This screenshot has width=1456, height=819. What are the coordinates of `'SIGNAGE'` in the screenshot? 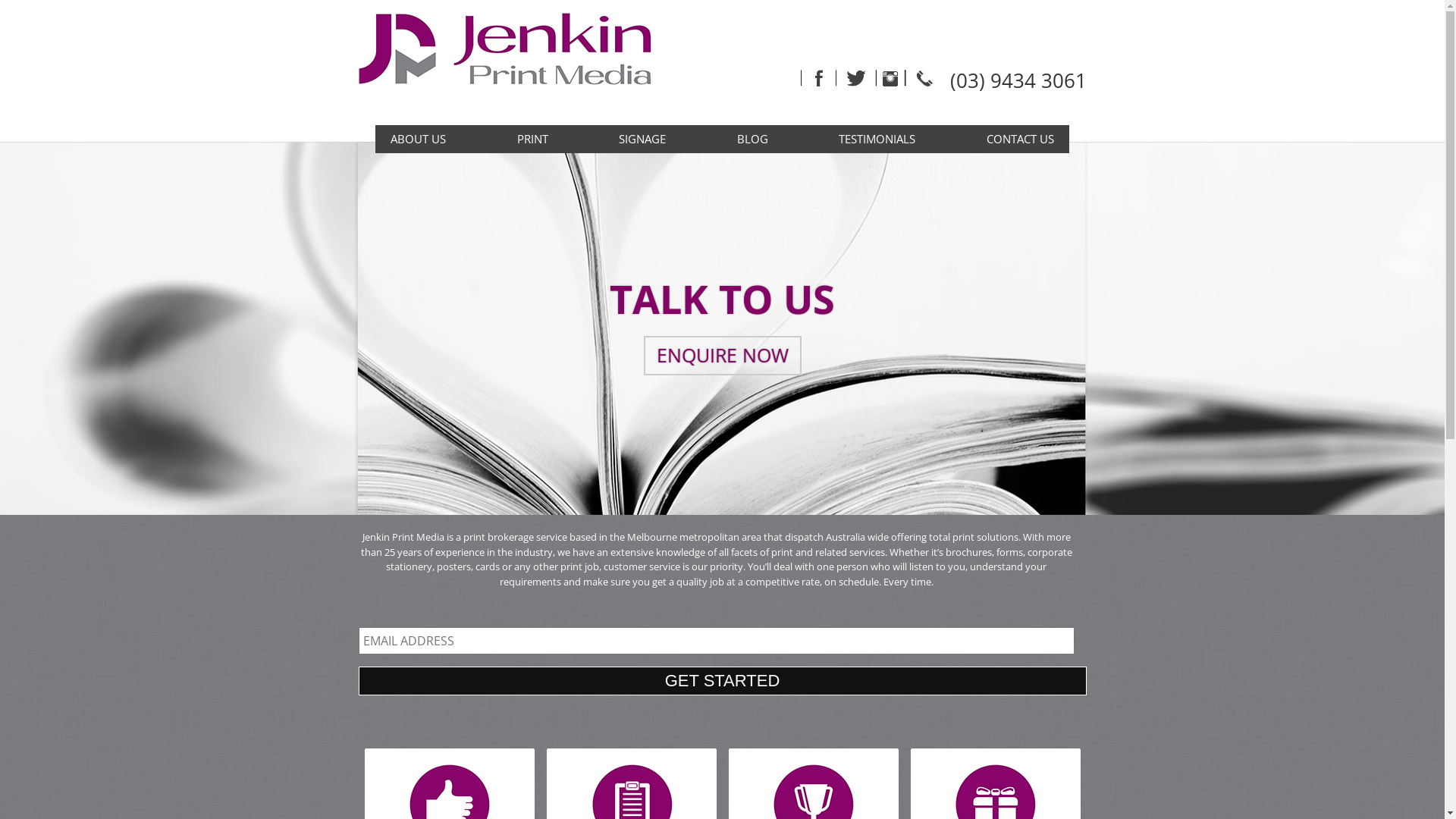 It's located at (642, 139).